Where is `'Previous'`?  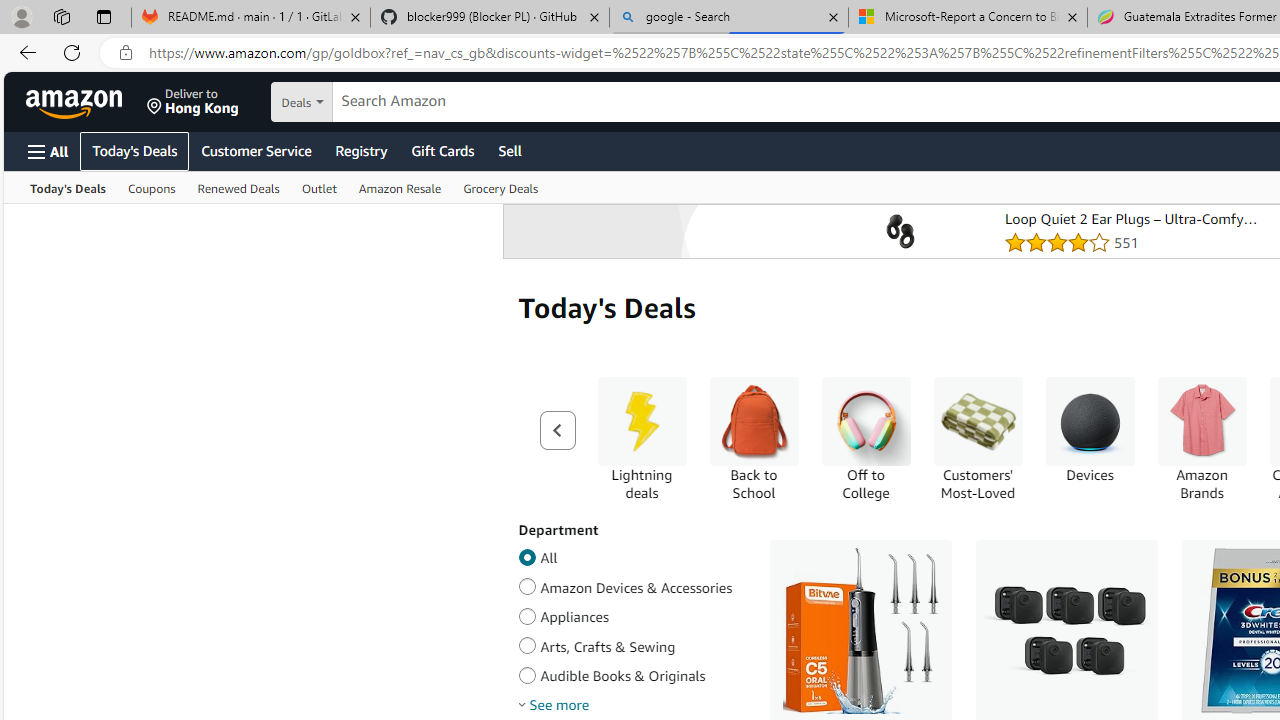 'Previous' is located at coordinates (557, 428).